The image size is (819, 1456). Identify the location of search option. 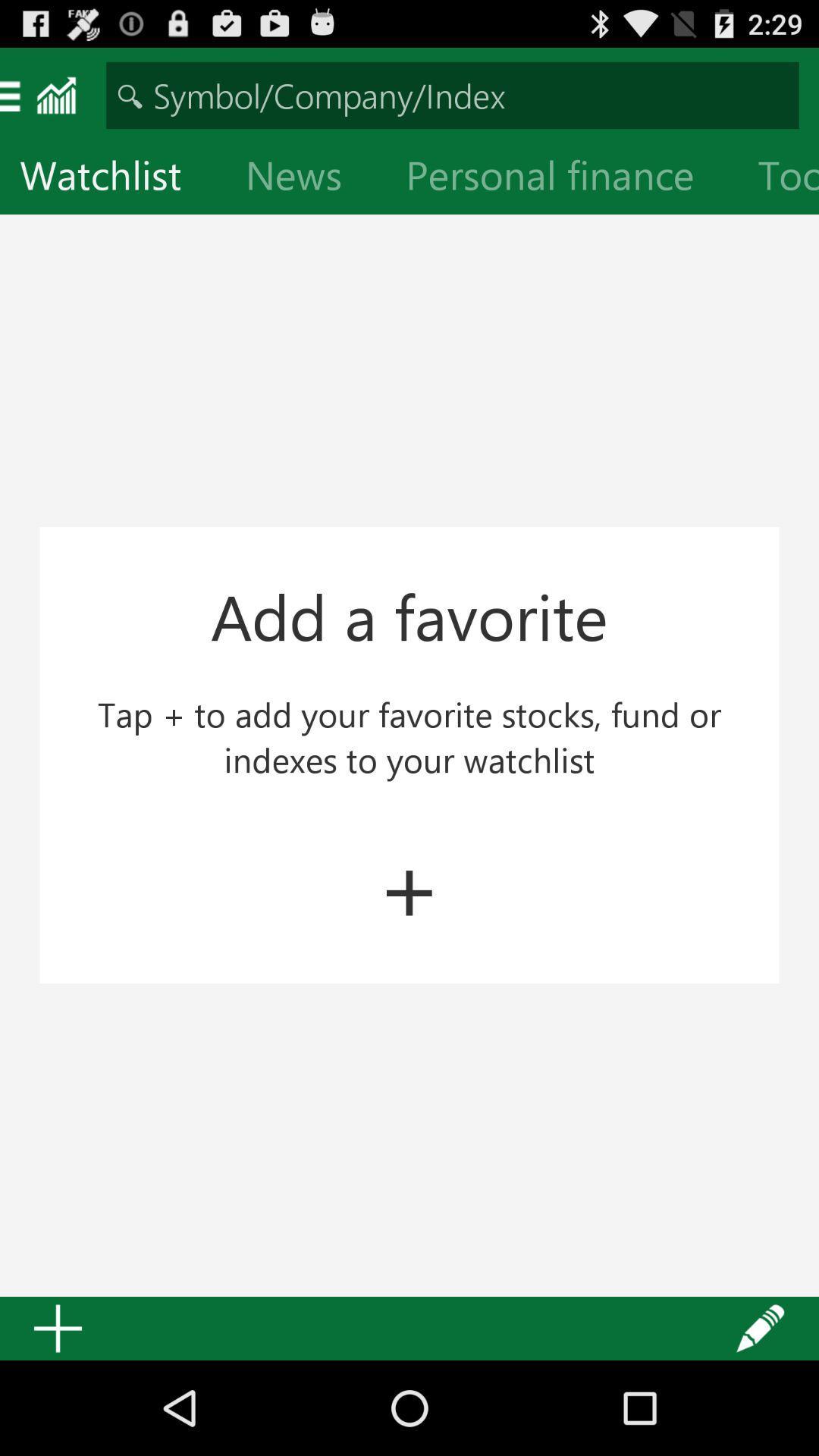
(452, 94).